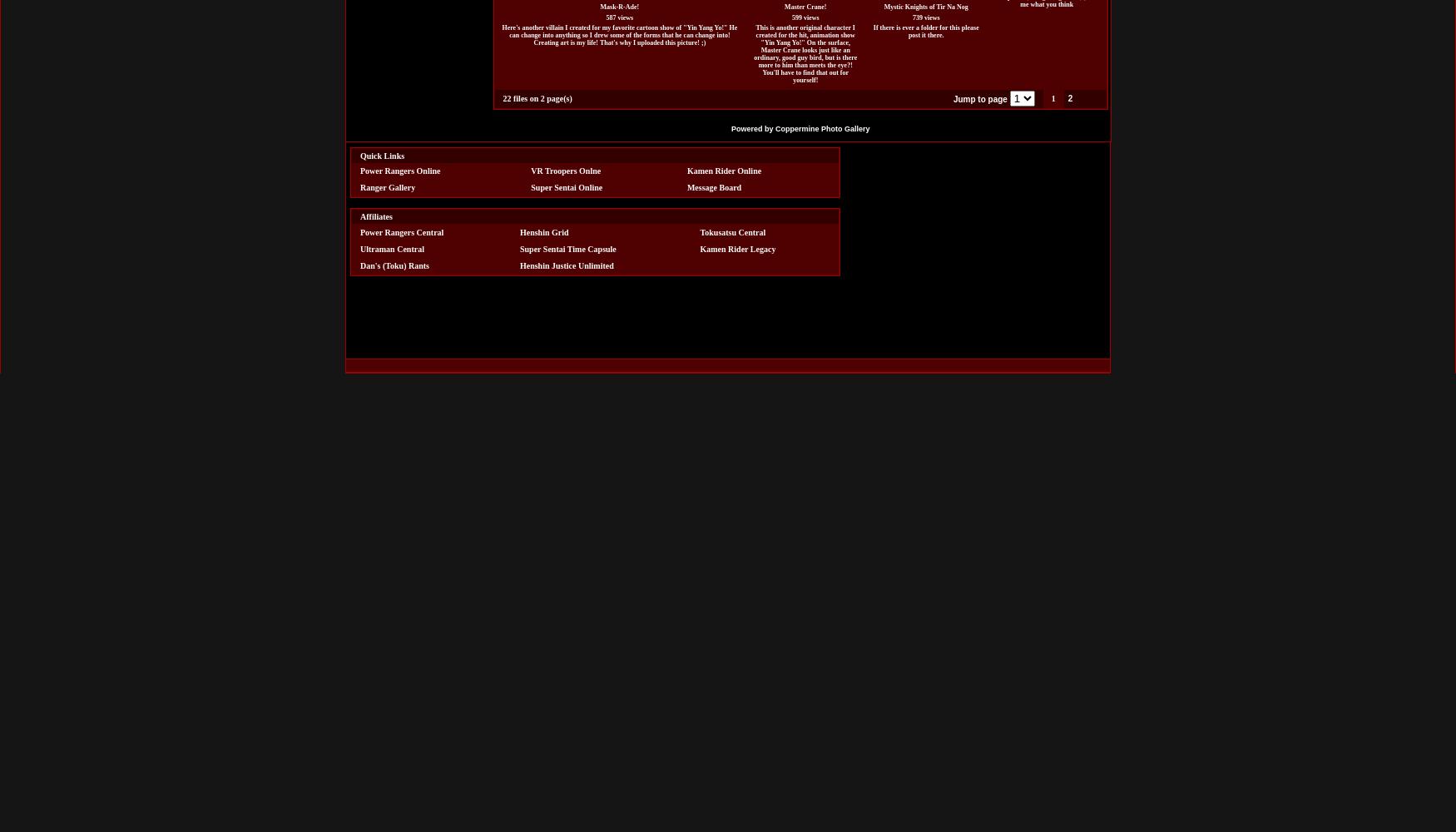  Describe the element at coordinates (619, 34) in the screenshot. I see `'Here's another villain I created for my favorite cartoon show of "Yin Yang Yo!" He can change into anything so I drew some of the forms that he can change into! Creating art is my life! That's why I uploaded this picture! ;)'` at that location.